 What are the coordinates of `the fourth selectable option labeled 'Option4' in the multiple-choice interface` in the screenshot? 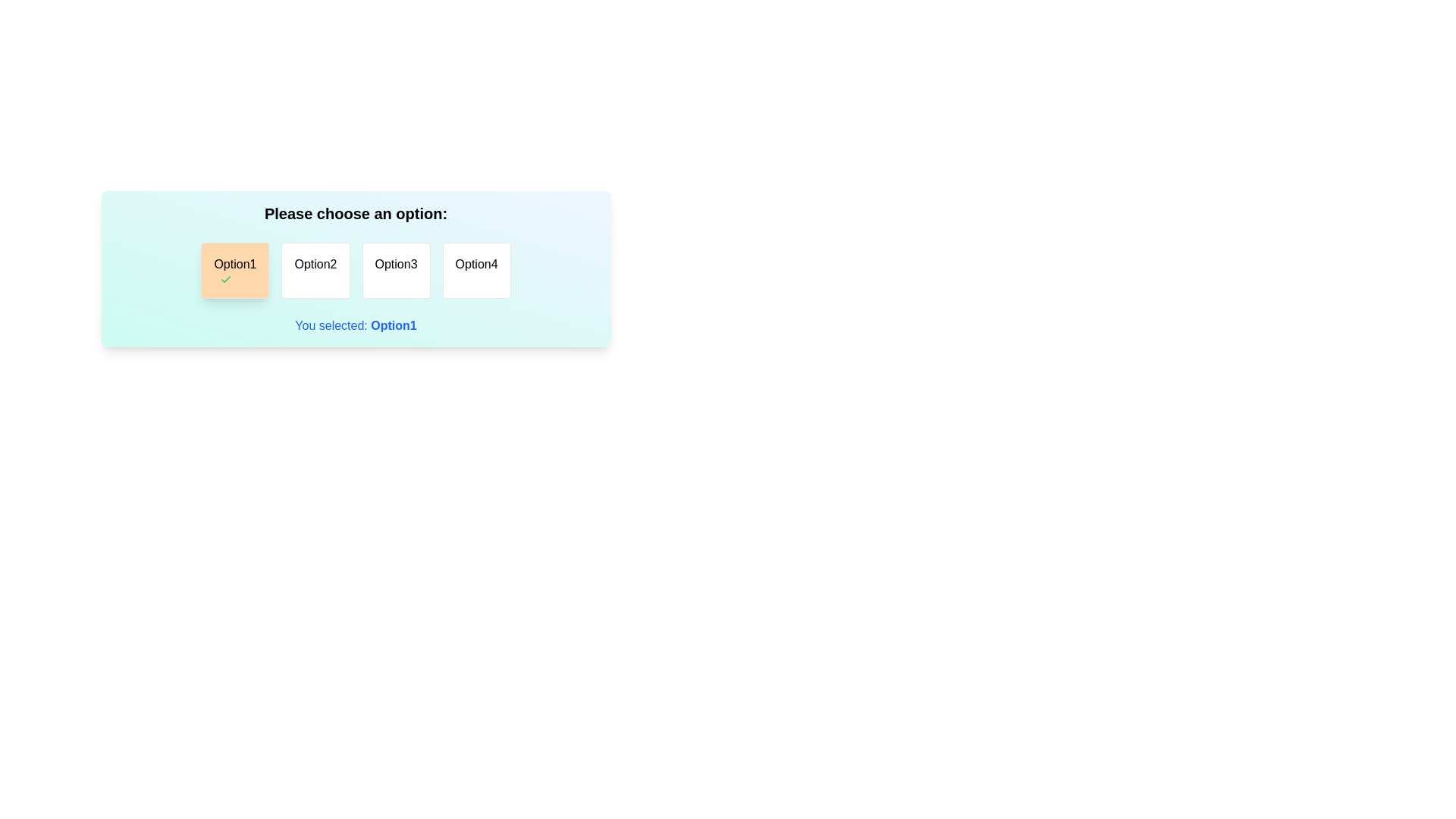 It's located at (475, 270).